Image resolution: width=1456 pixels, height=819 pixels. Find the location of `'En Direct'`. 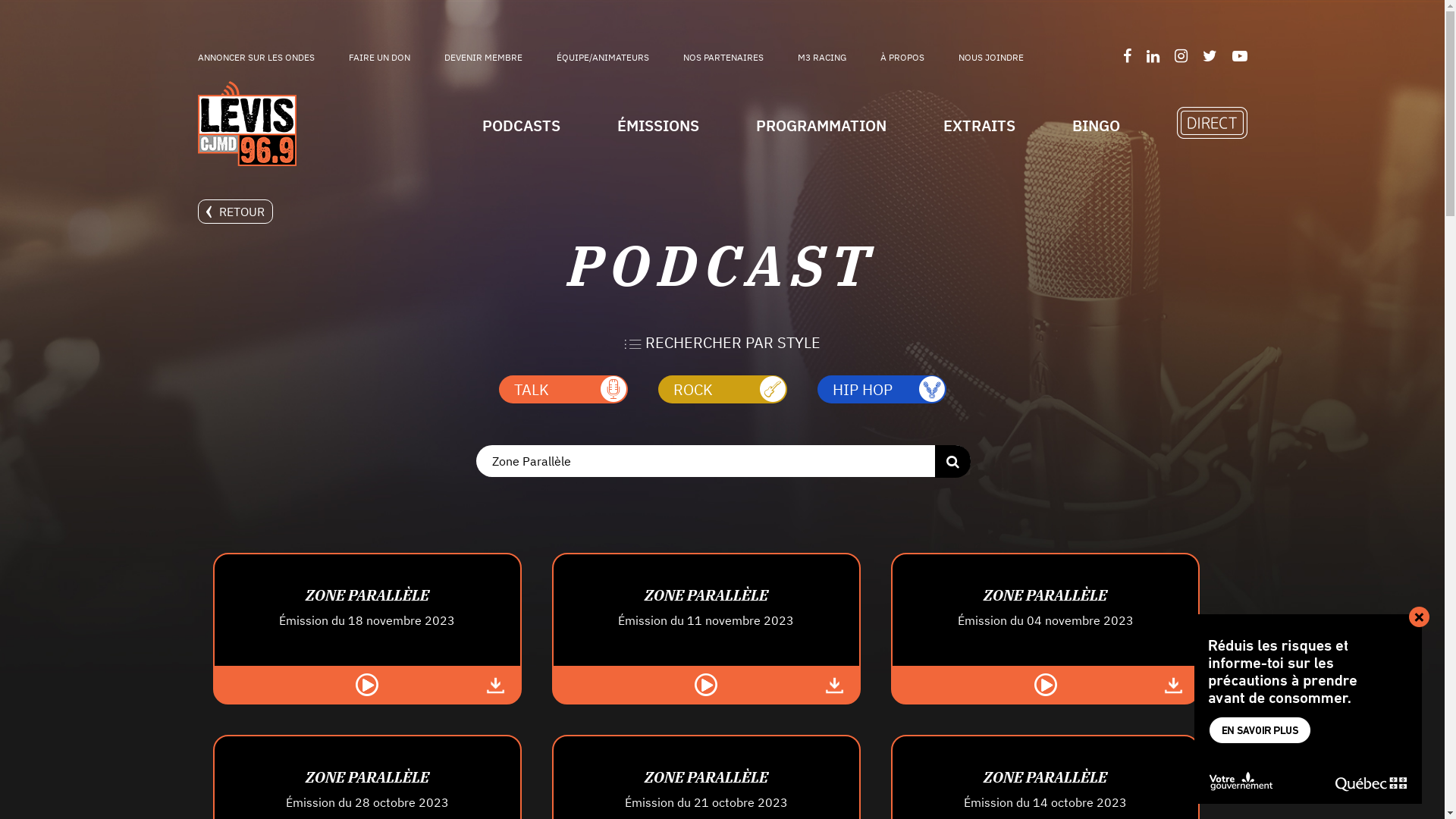

'En Direct' is located at coordinates (1211, 122).